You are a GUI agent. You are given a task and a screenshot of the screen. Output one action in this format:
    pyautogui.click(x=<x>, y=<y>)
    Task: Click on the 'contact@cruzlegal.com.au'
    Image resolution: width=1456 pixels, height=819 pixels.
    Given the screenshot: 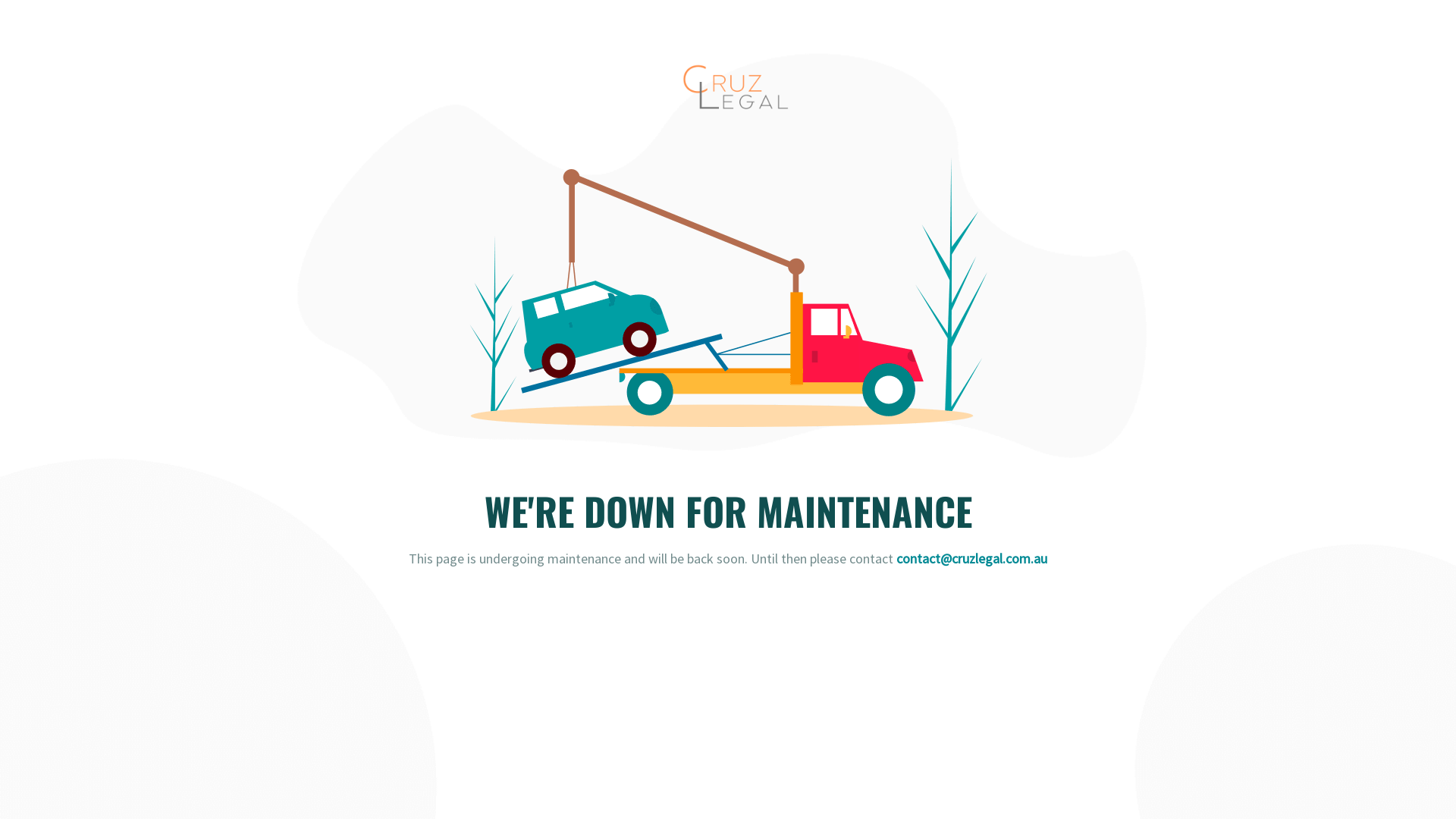 What is the action you would take?
    pyautogui.click(x=971, y=558)
    